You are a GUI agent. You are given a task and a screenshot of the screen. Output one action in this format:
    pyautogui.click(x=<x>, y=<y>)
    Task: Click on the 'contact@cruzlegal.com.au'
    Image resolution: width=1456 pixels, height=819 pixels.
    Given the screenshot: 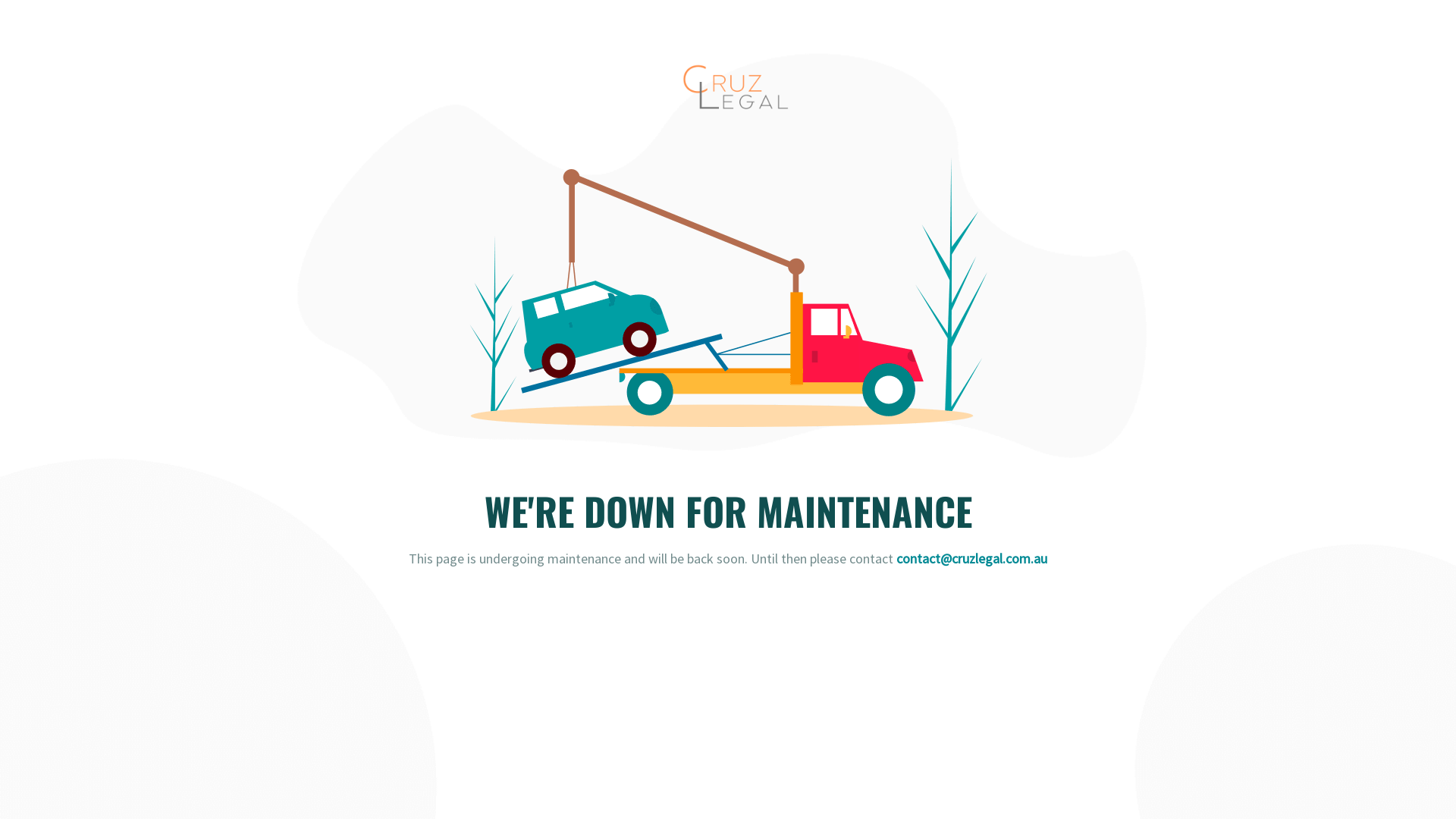 What is the action you would take?
    pyautogui.click(x=971, y=558)
    